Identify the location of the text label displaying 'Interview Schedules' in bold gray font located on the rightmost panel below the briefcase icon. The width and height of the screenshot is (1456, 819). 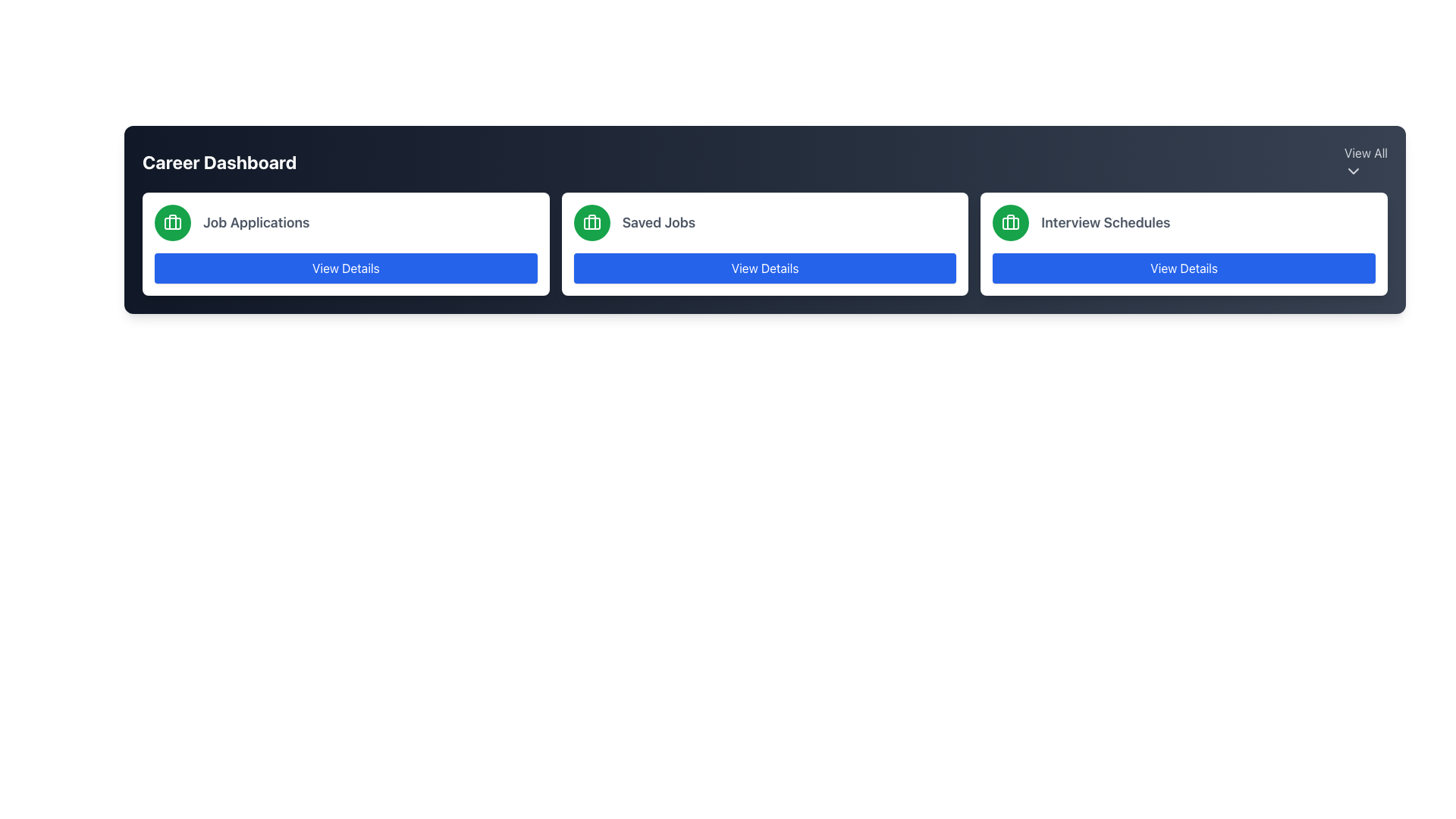
(1106, 222).